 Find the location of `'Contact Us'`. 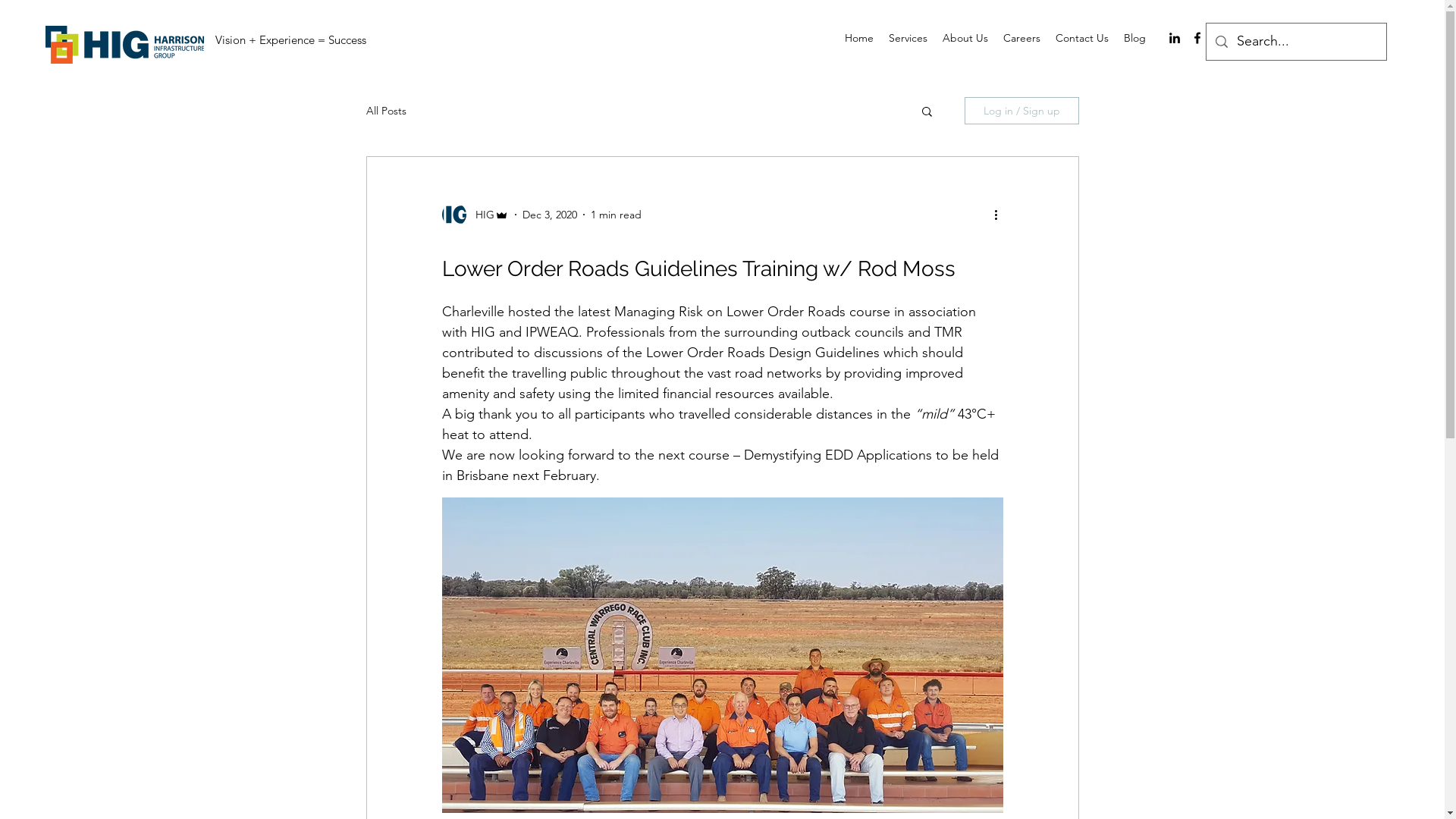

'Contact Us' is located at coordinates (1081, 37).